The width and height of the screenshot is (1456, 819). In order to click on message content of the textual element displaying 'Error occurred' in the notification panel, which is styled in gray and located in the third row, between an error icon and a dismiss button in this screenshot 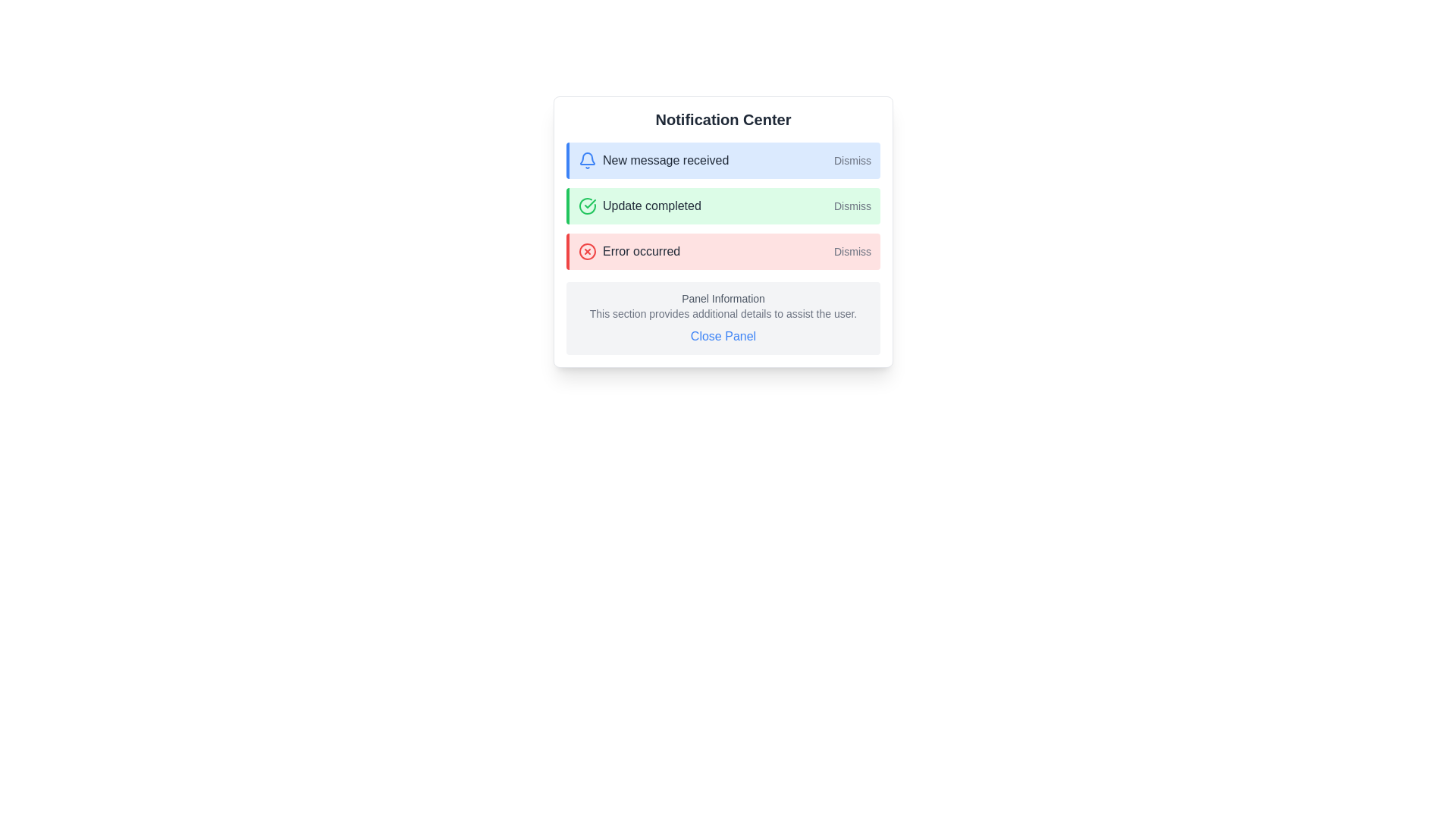, I will do `click(642, 250)`.